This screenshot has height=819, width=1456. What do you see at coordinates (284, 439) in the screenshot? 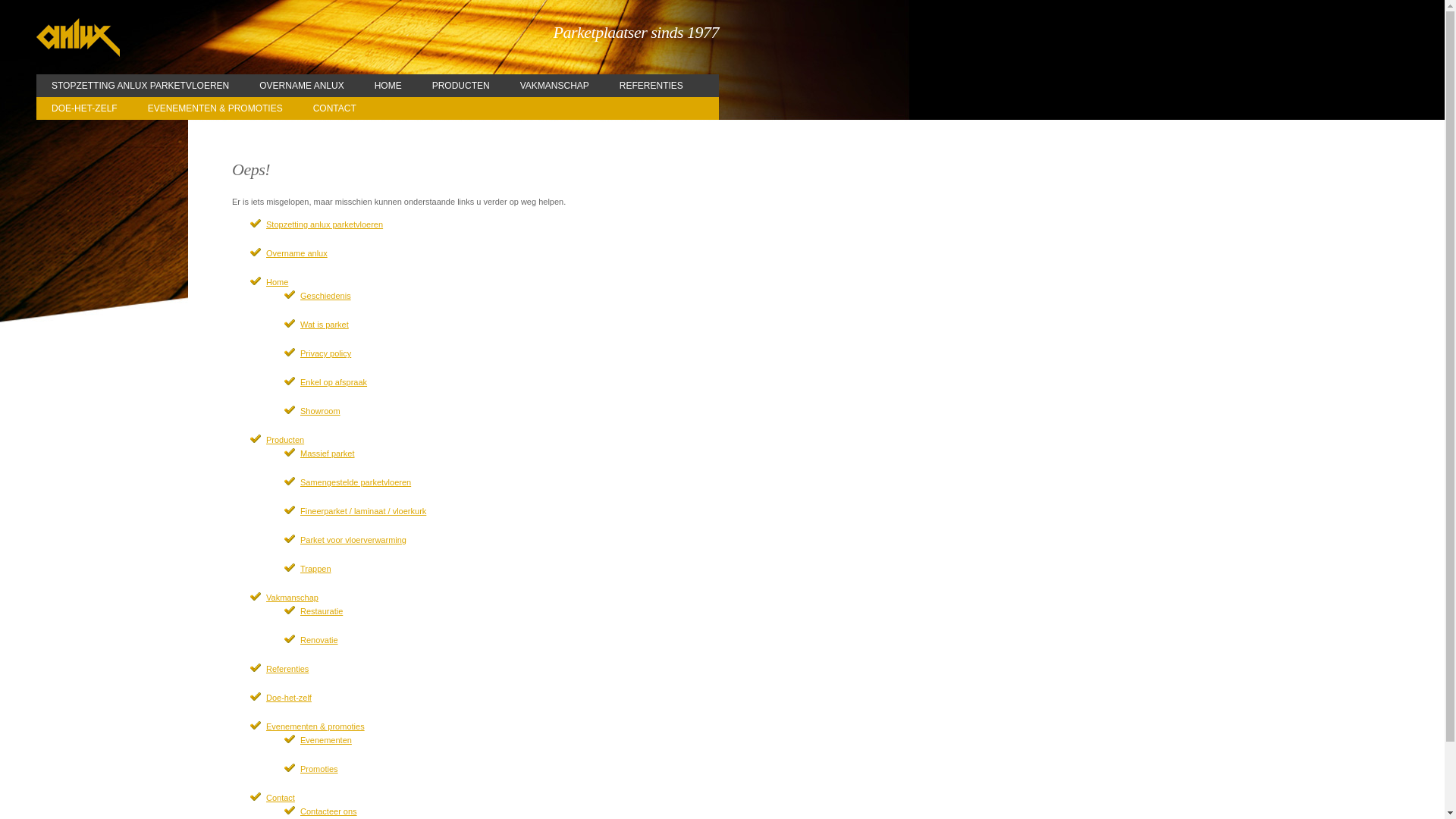
I see `'Producten'` at bounding box center [284, 439].